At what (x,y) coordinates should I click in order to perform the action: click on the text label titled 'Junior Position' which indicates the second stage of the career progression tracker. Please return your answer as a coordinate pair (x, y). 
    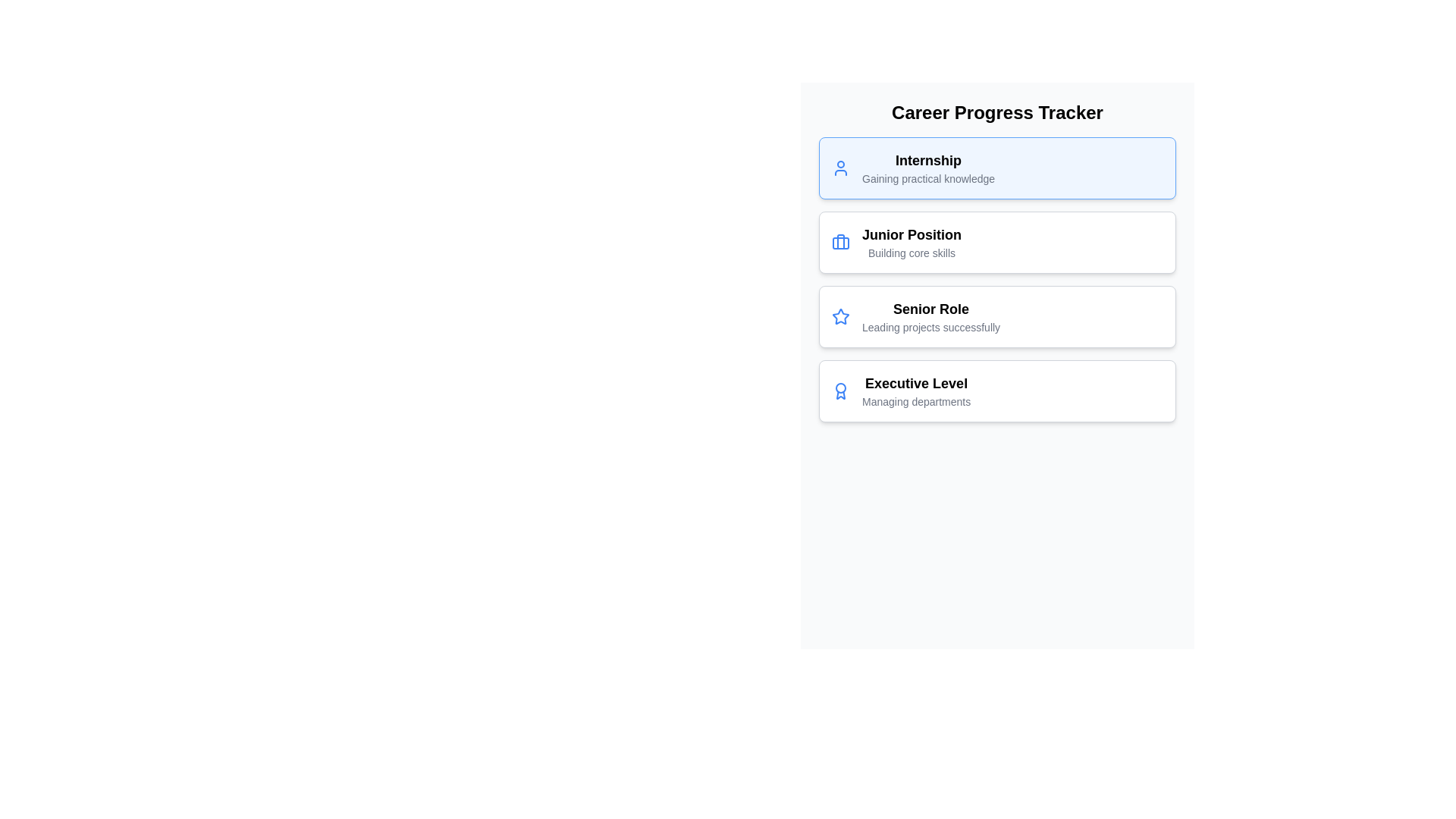
    Looking at the image, I should click on (911, 234).